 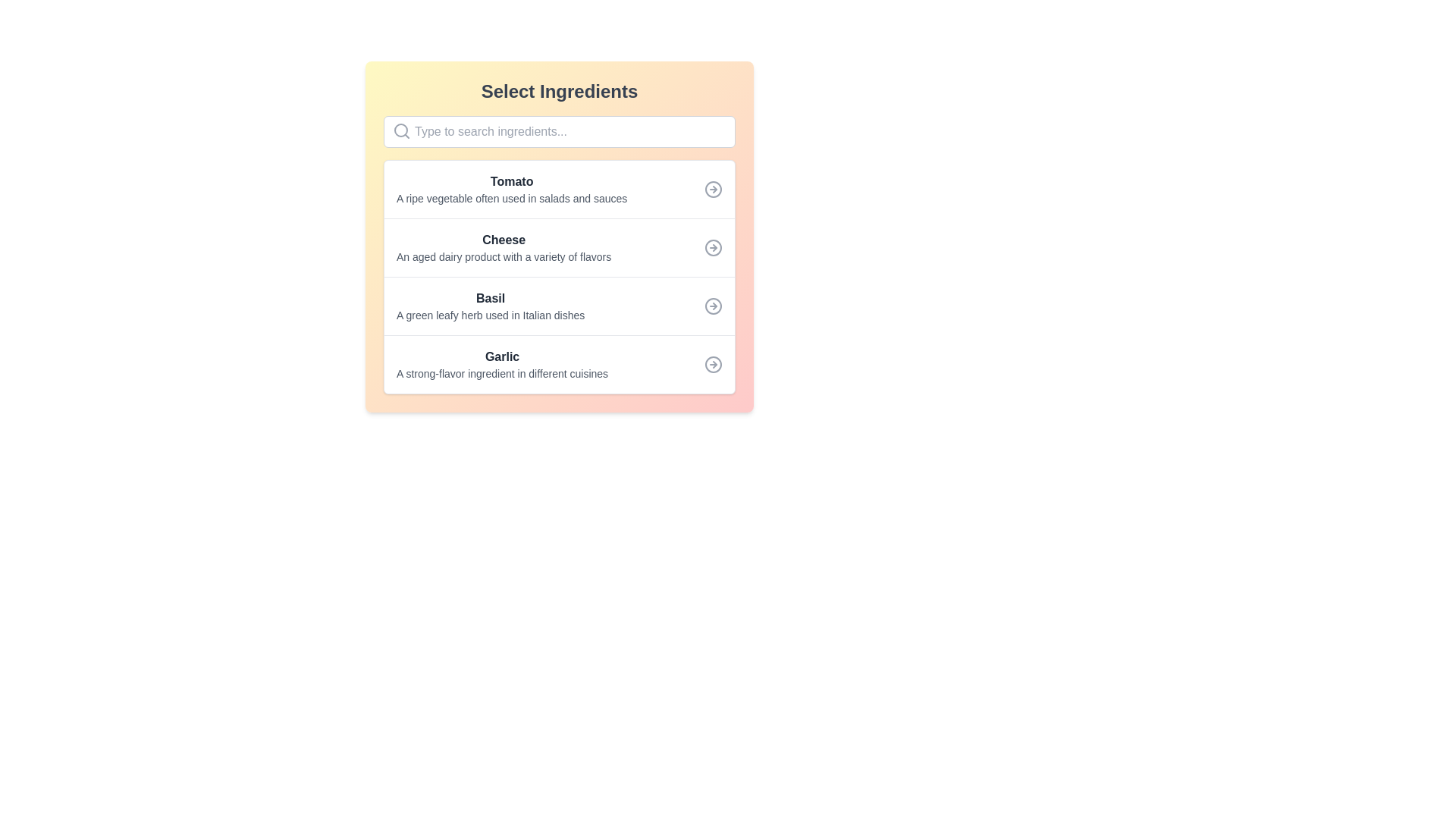 I want to click on the first ingredient text block located below the 'Select Ingredients' search bar, so click(x=512, y=189).